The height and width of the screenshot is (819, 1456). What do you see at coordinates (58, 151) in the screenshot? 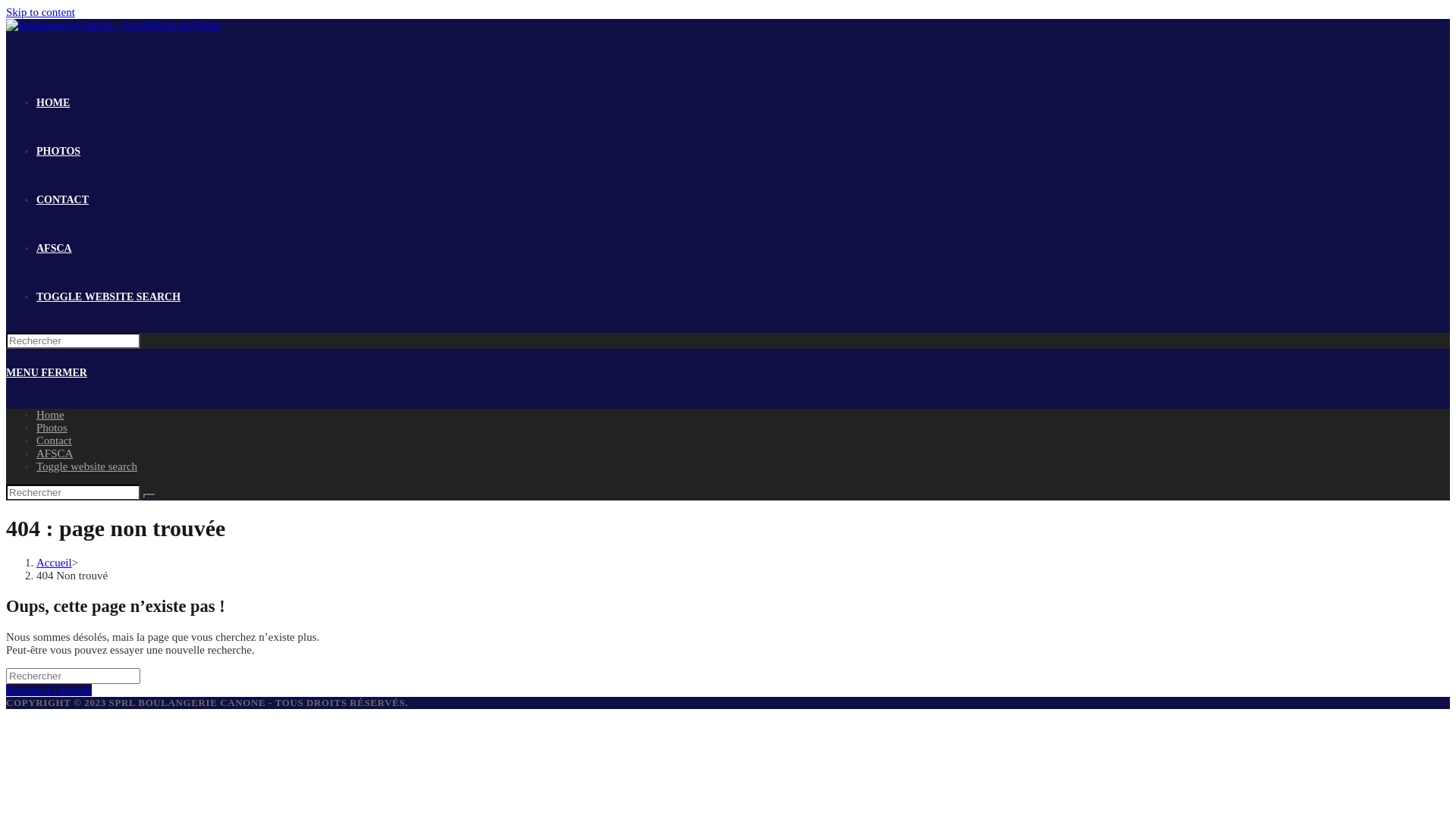
I see `'PHOTOS'` at bounding box center [58, 151].